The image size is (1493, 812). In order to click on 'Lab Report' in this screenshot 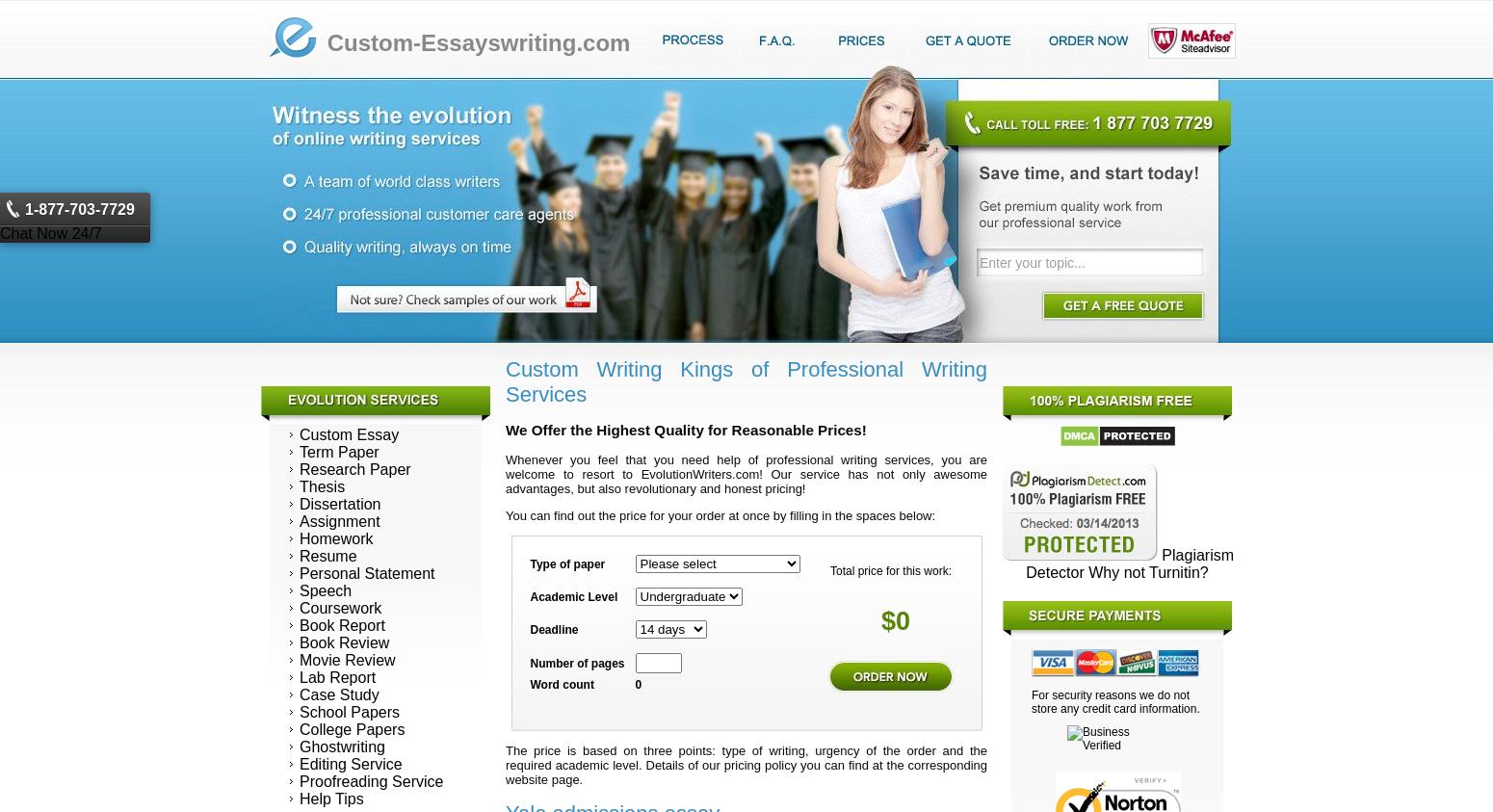, I will do `click(336, 675)`.